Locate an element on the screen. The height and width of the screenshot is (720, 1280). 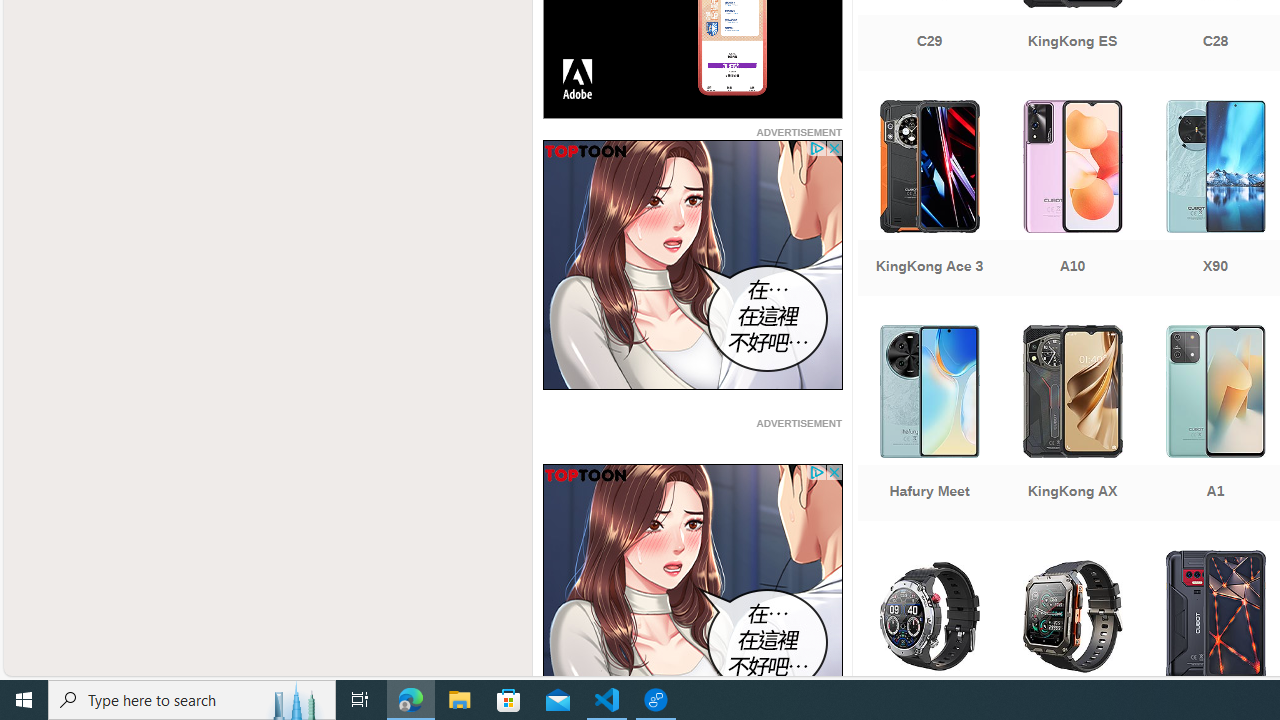
'KingKong AX' is located at coordinates (1071, 424).